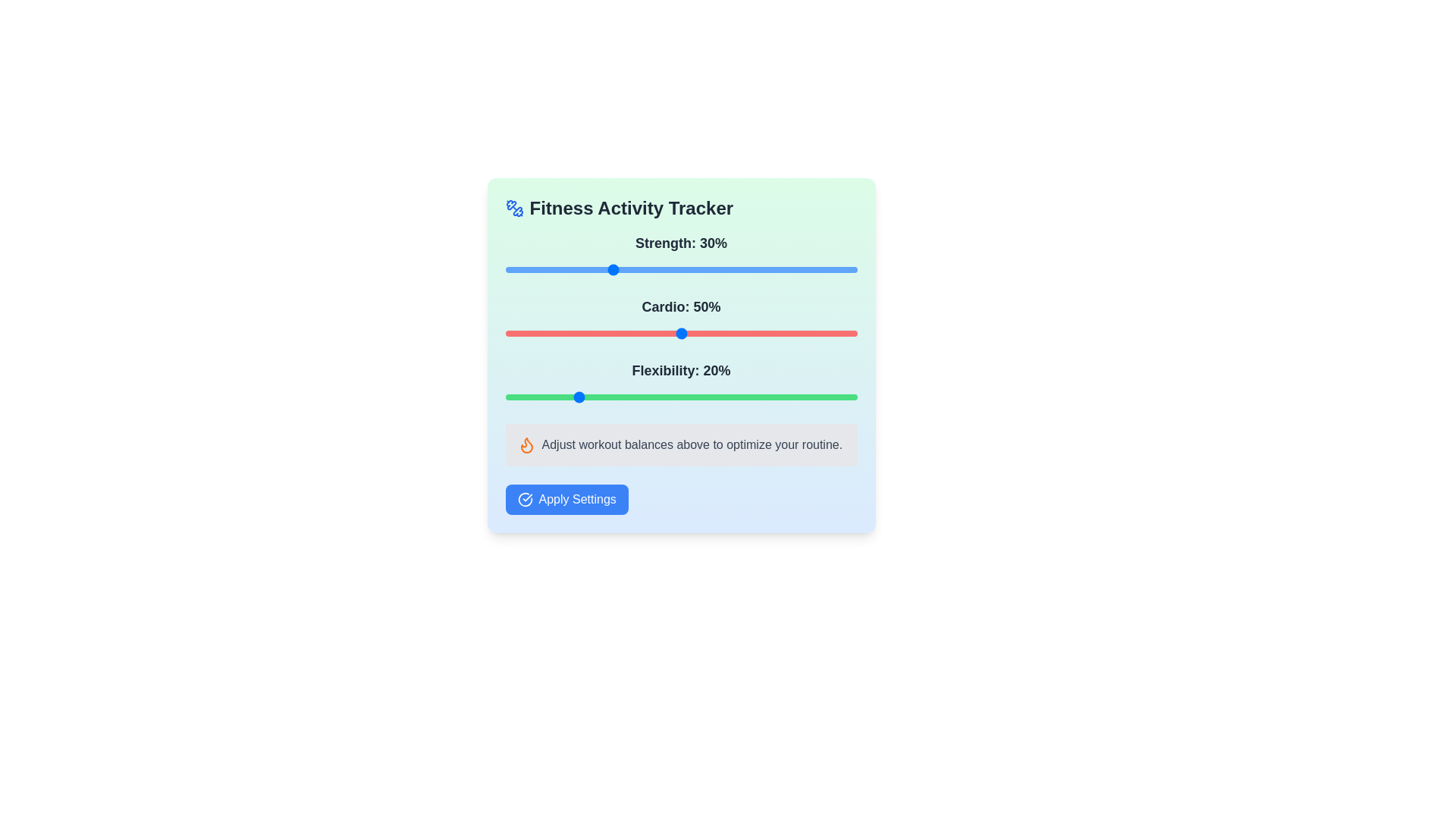 This screenshot has height=819, width=1456. I want to click on the slider value, so click(842, 268).